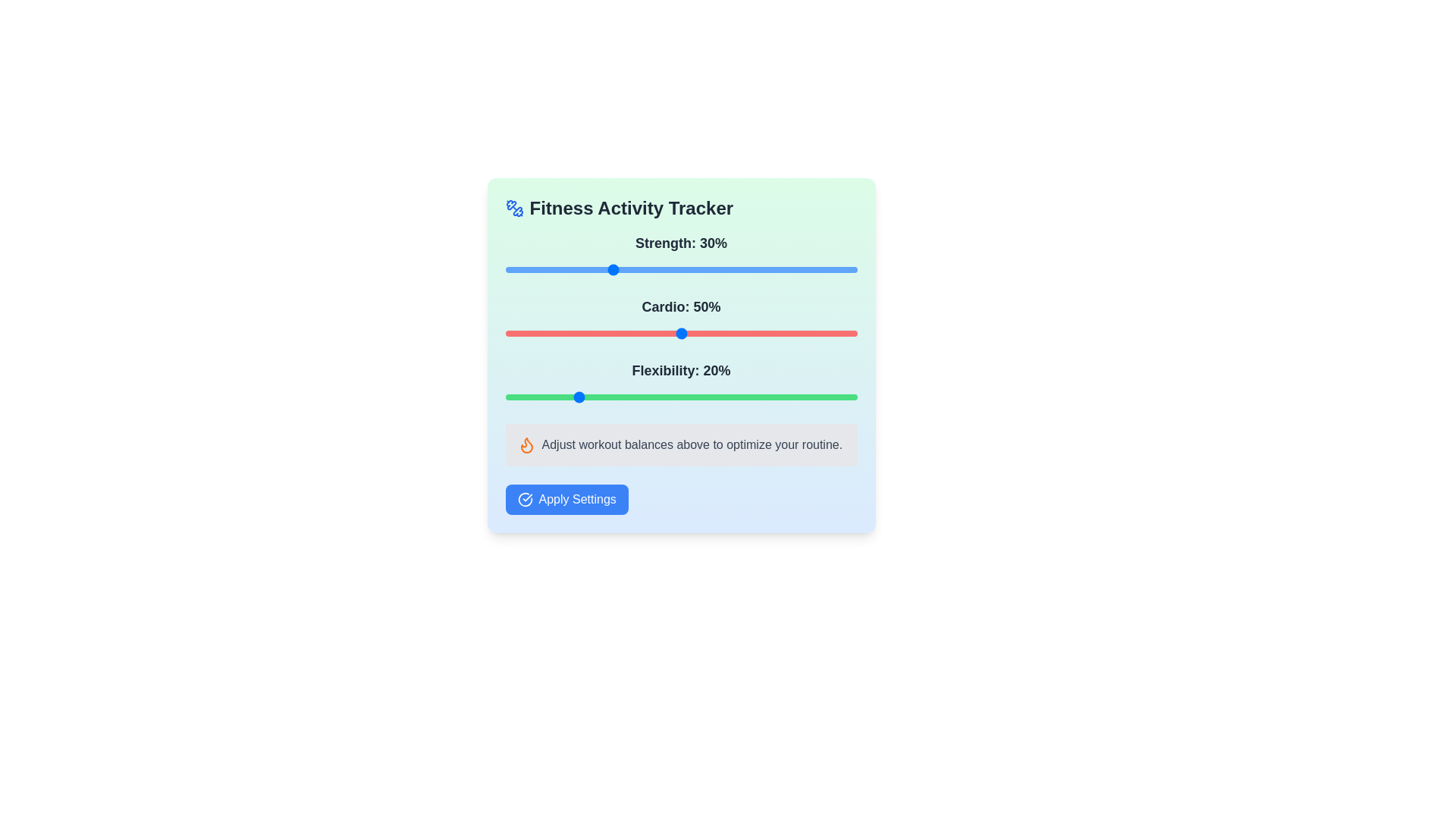 This screenshot has height=819, width=1456. I want to click on the slider value, so click(842, 268).